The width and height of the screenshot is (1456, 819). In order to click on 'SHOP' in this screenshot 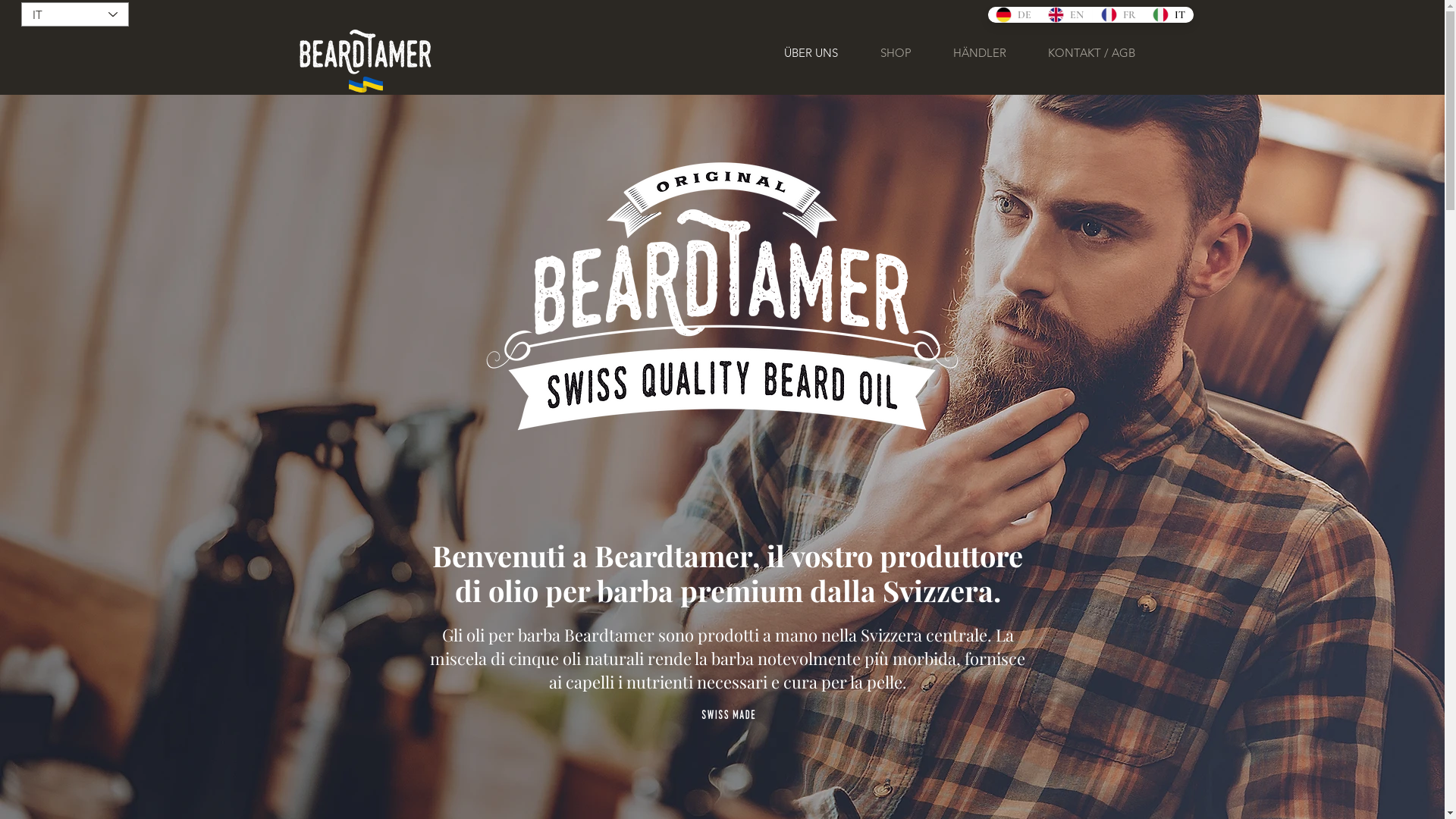, I will do `click(895, 52)`.